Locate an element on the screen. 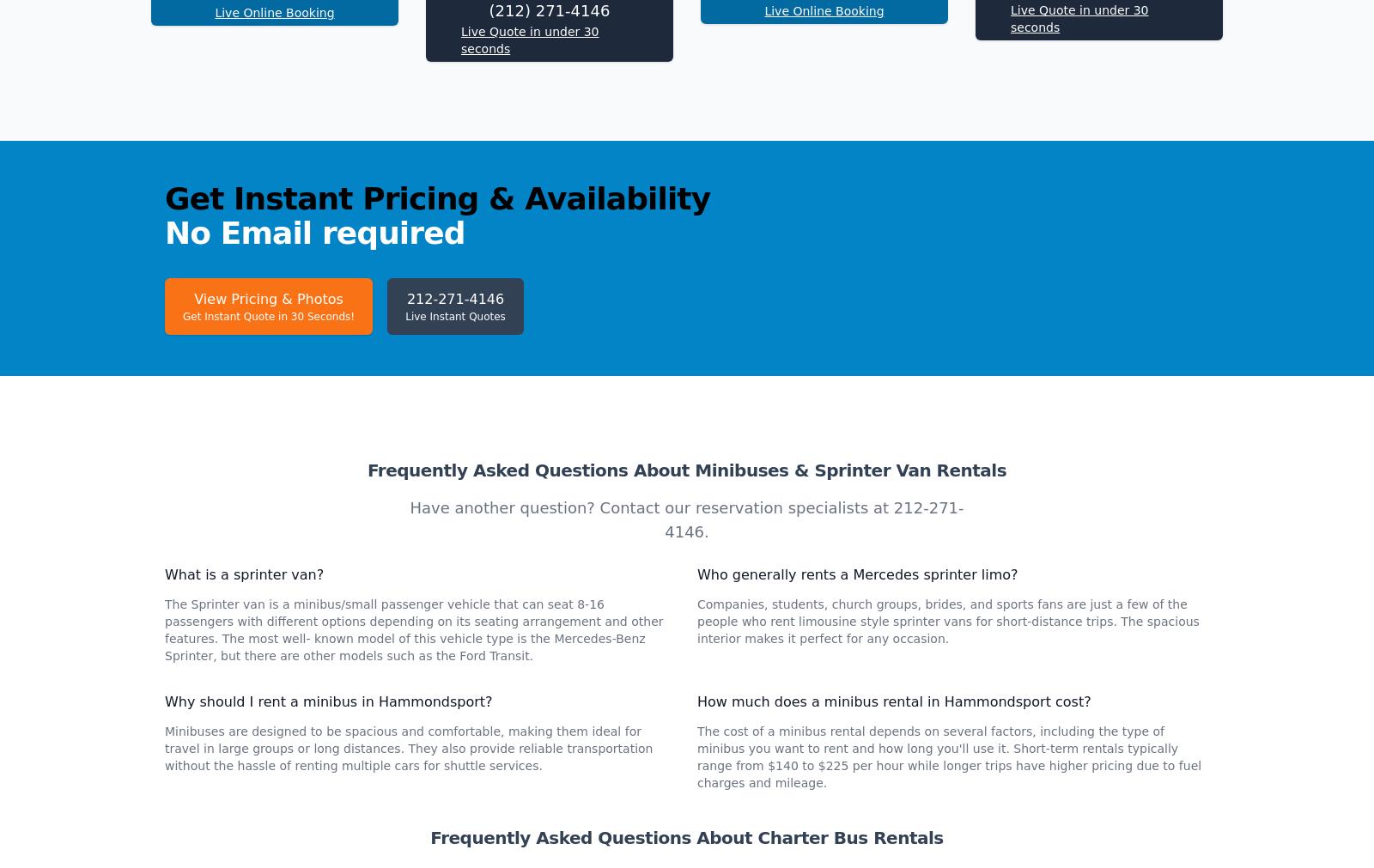  'Get Instant Pricing & Availability' is located at coordinates (436, 426).